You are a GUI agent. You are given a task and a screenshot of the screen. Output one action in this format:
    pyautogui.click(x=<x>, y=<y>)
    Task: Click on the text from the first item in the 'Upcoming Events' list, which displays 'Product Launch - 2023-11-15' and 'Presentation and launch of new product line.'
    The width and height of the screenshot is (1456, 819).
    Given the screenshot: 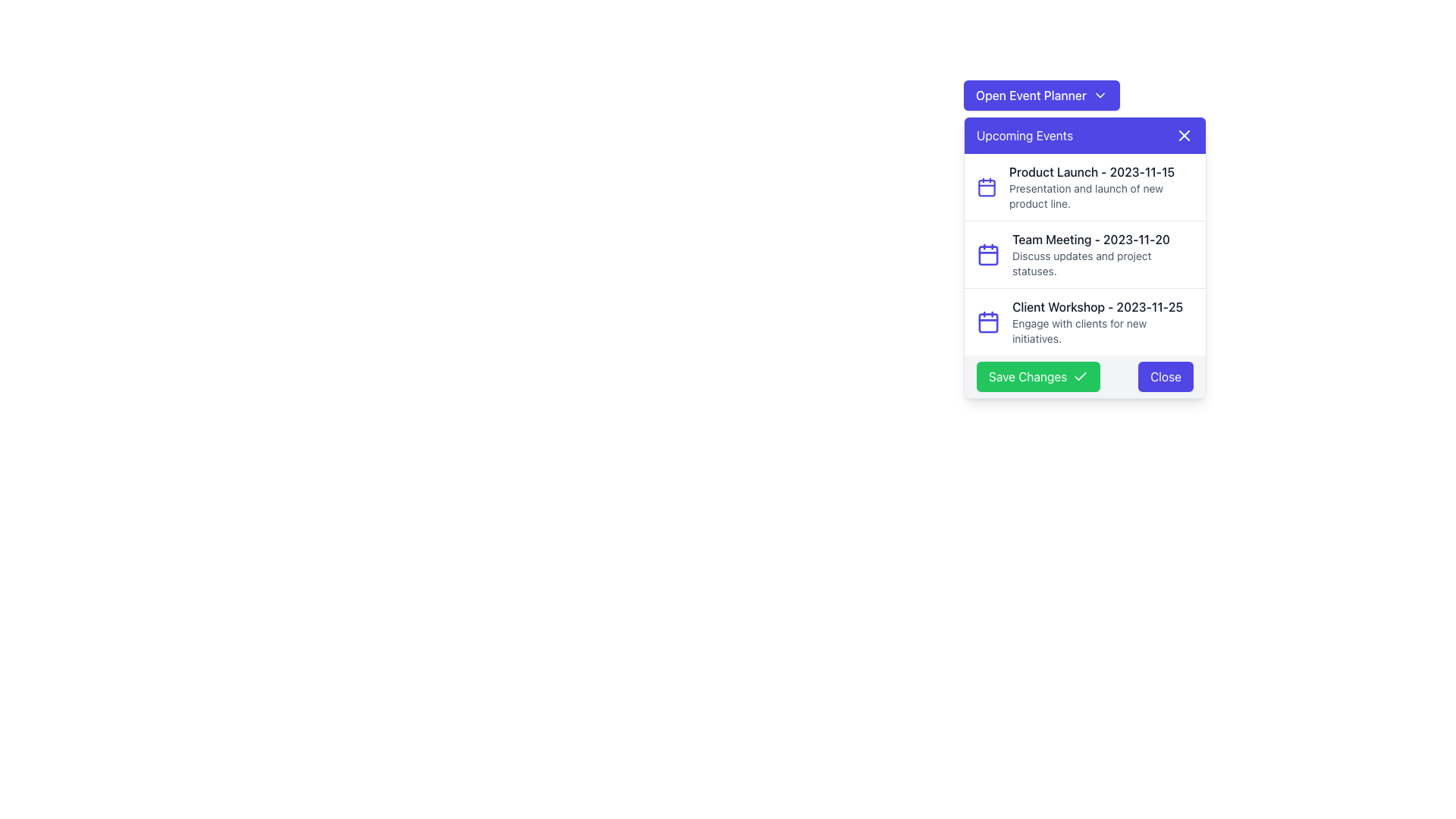 What is the action you would take?
    pyautogui.click(x=1101, y=186)
    